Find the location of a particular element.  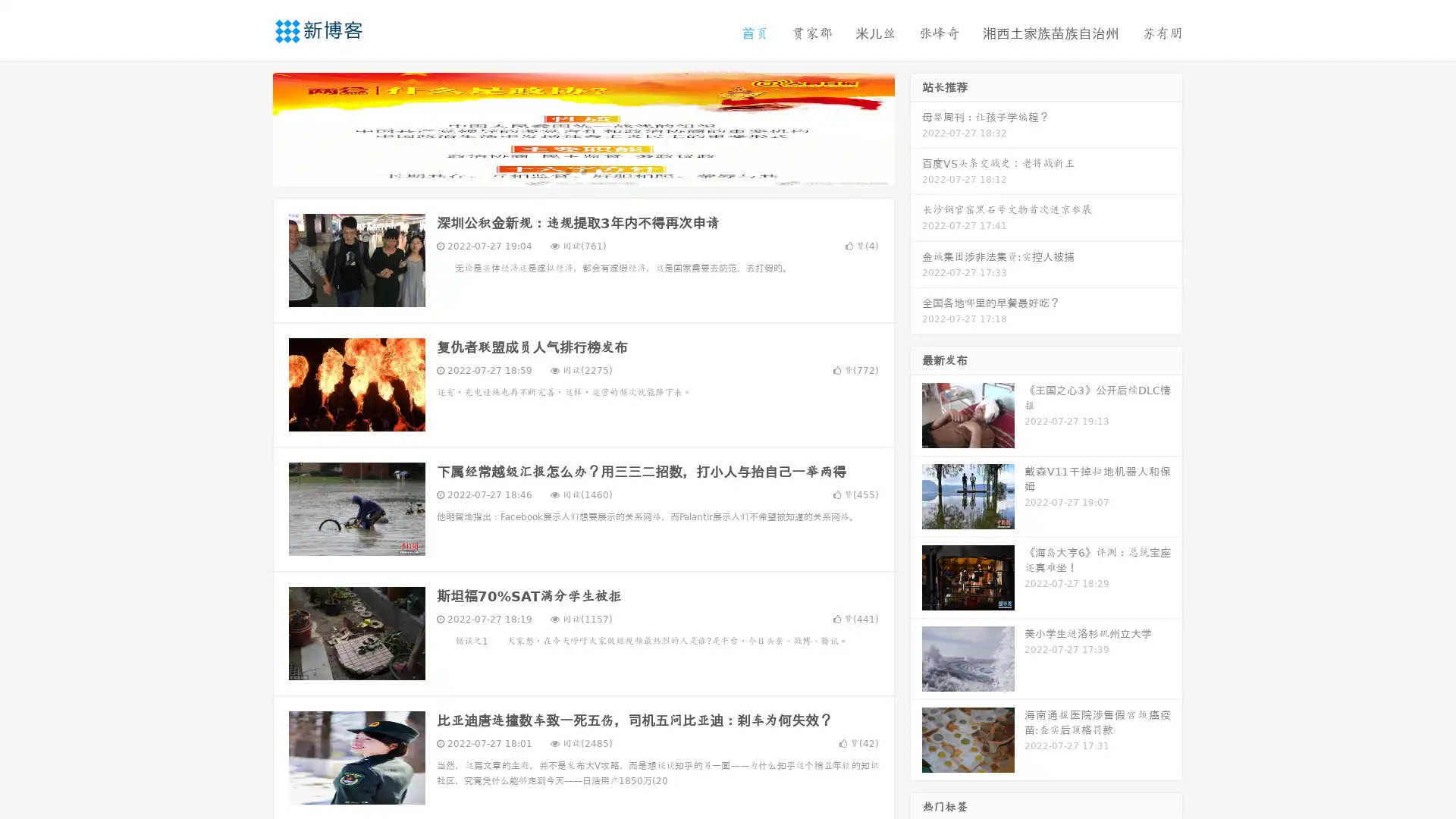

Previous slide is located at coordinates (250, 127).